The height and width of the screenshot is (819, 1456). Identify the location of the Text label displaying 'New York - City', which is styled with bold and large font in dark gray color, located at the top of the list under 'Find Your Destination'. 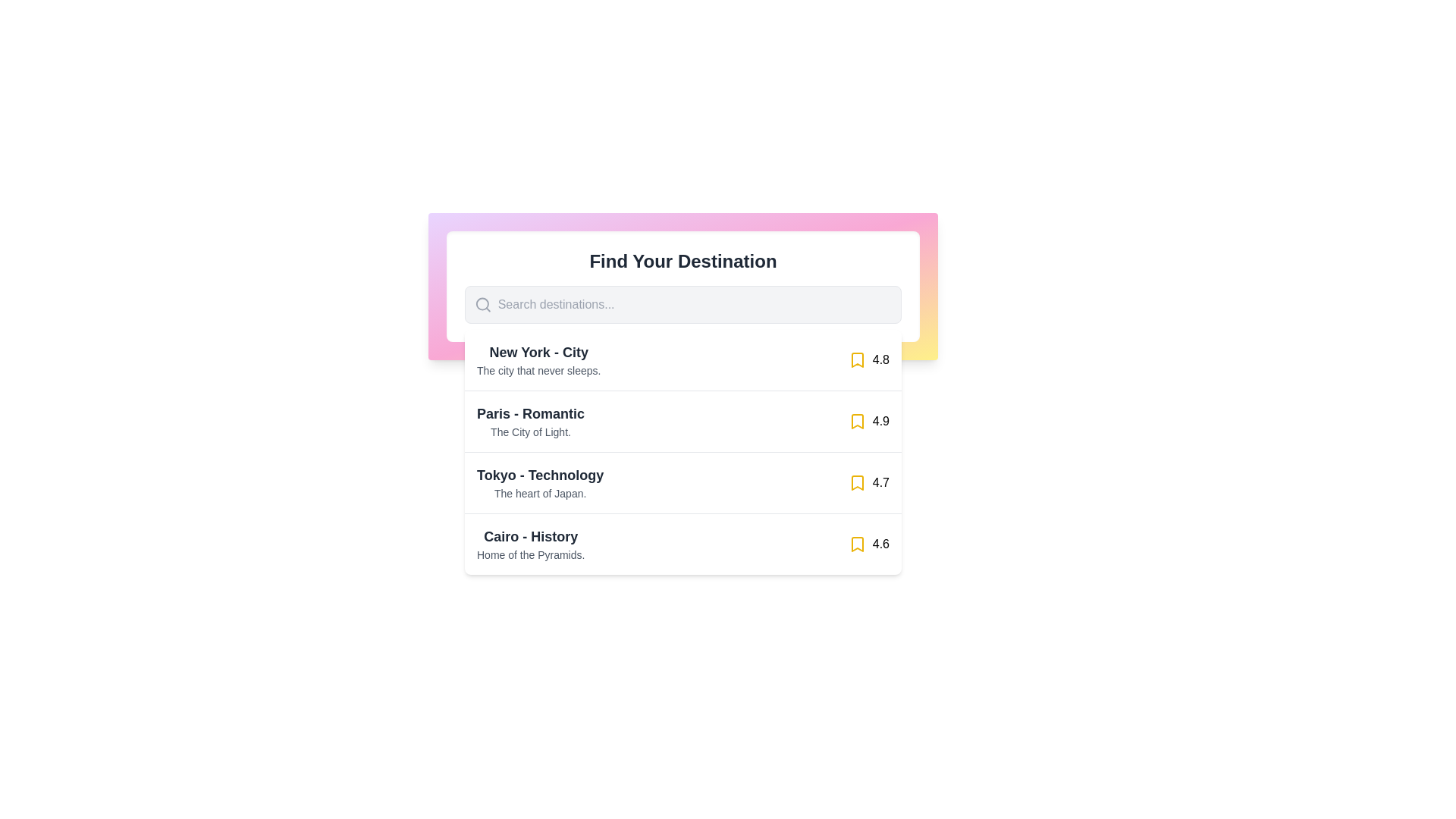
(538, 353).